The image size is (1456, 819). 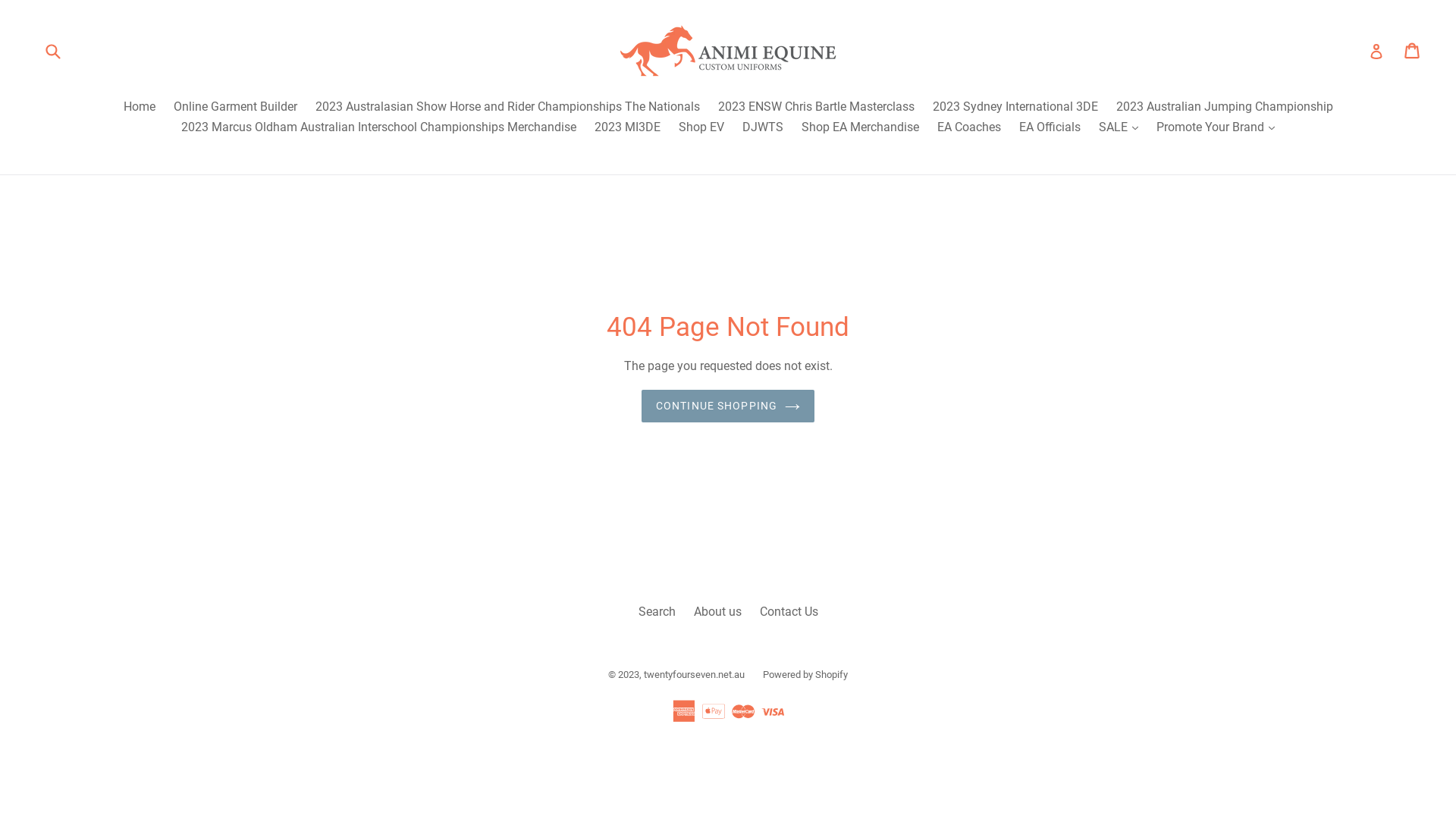 What do you see at coordinates (1049, 127) in the screenshot?
I see `'EA Officials'` at bounding box center [1049, 127].